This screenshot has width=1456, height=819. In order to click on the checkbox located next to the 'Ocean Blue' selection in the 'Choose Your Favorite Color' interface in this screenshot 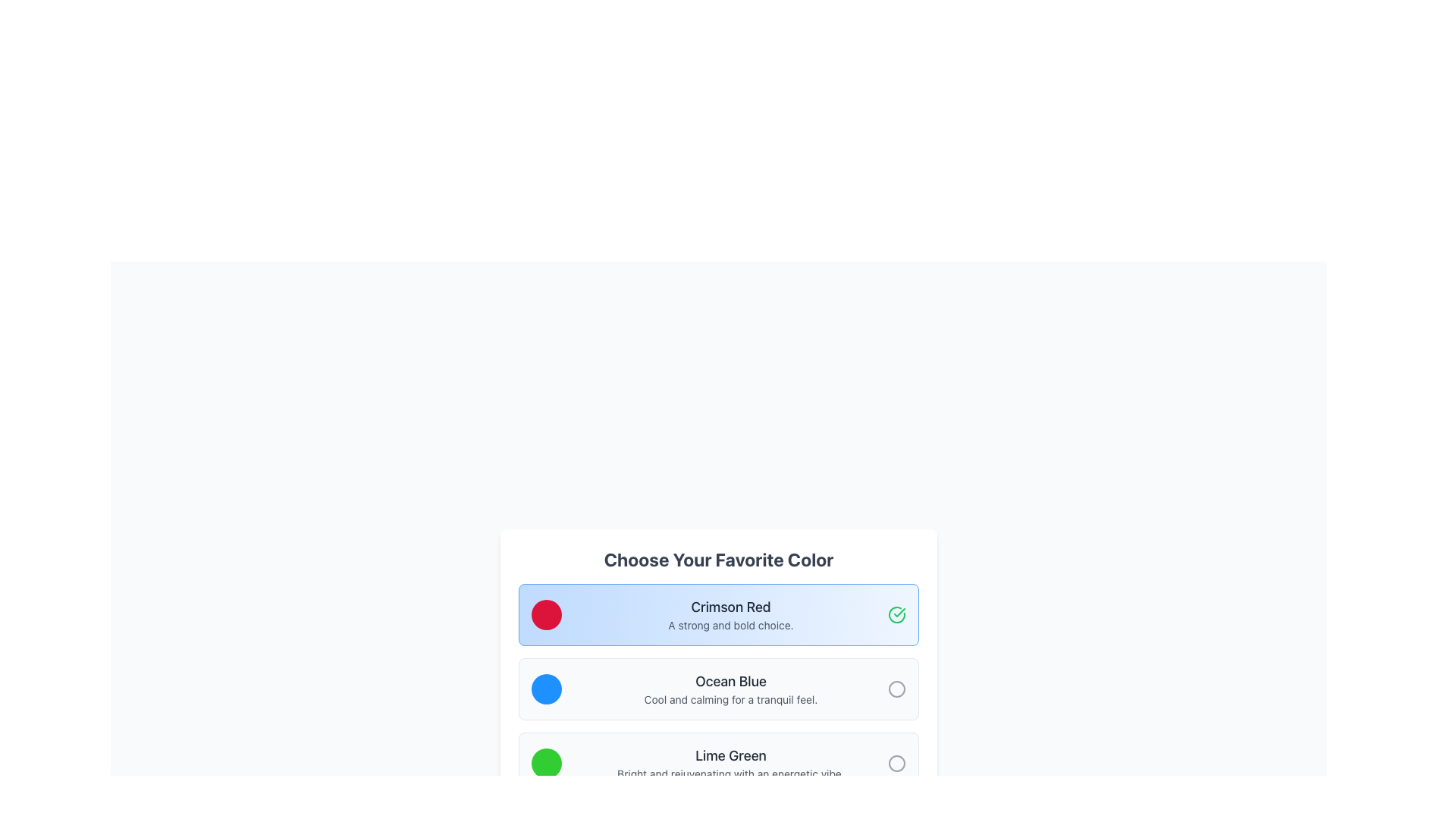, I will do `click(896, 689)`.